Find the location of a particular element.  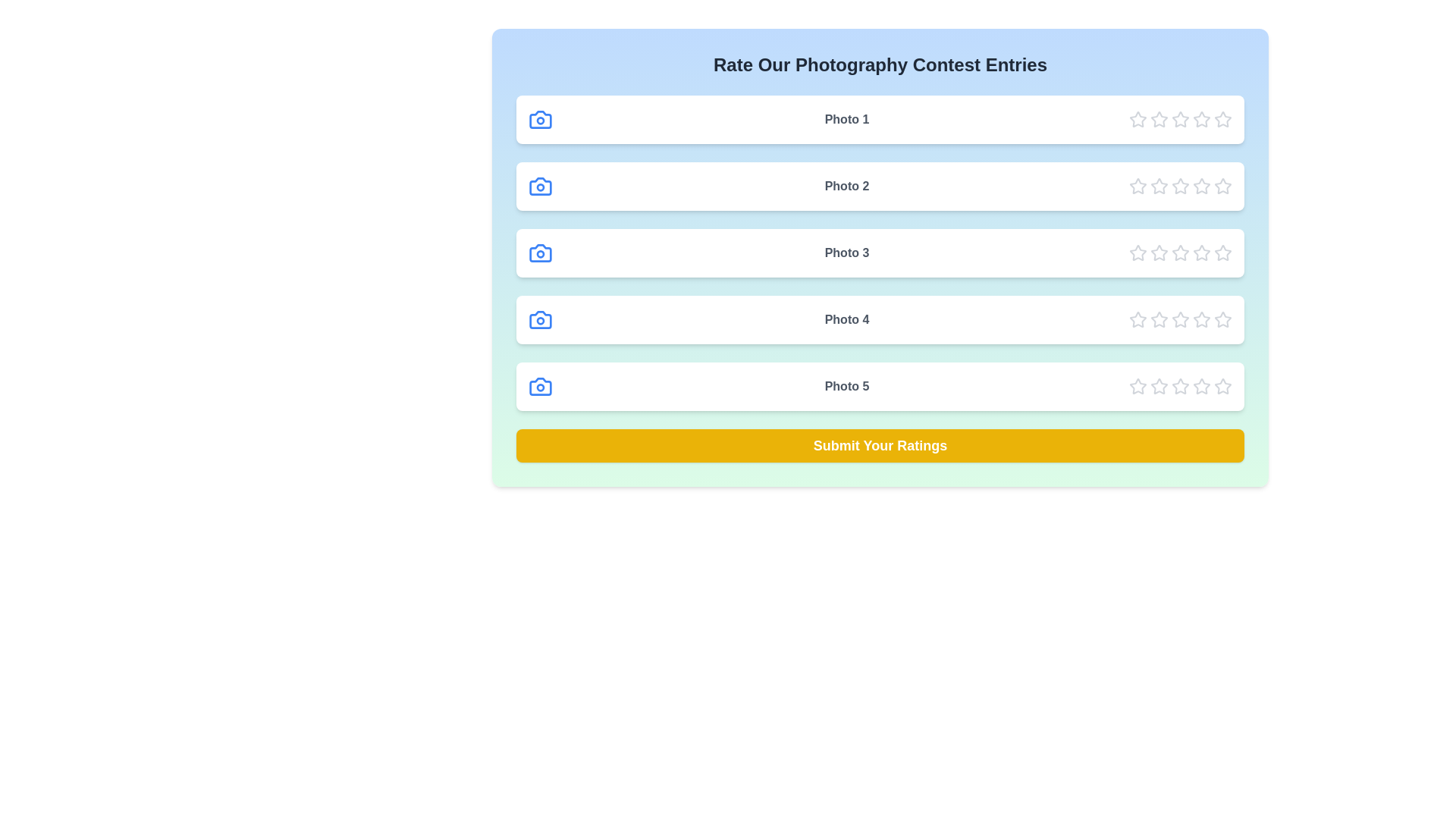

the photo title Photo 3 to select or highlight it is located at coordinates (846, 253).